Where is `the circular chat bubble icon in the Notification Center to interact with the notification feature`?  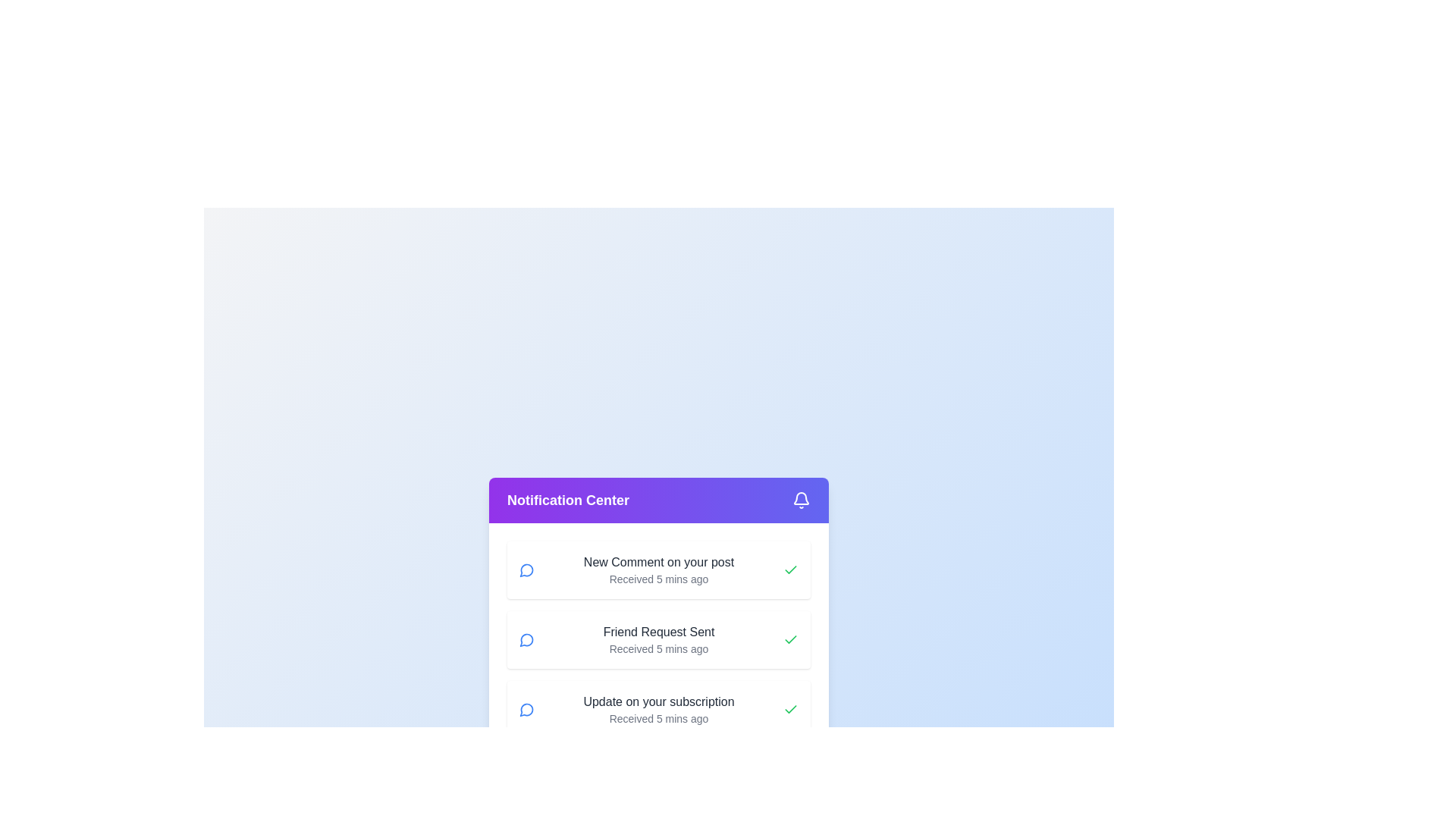 the circular chat bubble icon in the Notification Center to interact with the notification feature is located at coordinates (526, 640).